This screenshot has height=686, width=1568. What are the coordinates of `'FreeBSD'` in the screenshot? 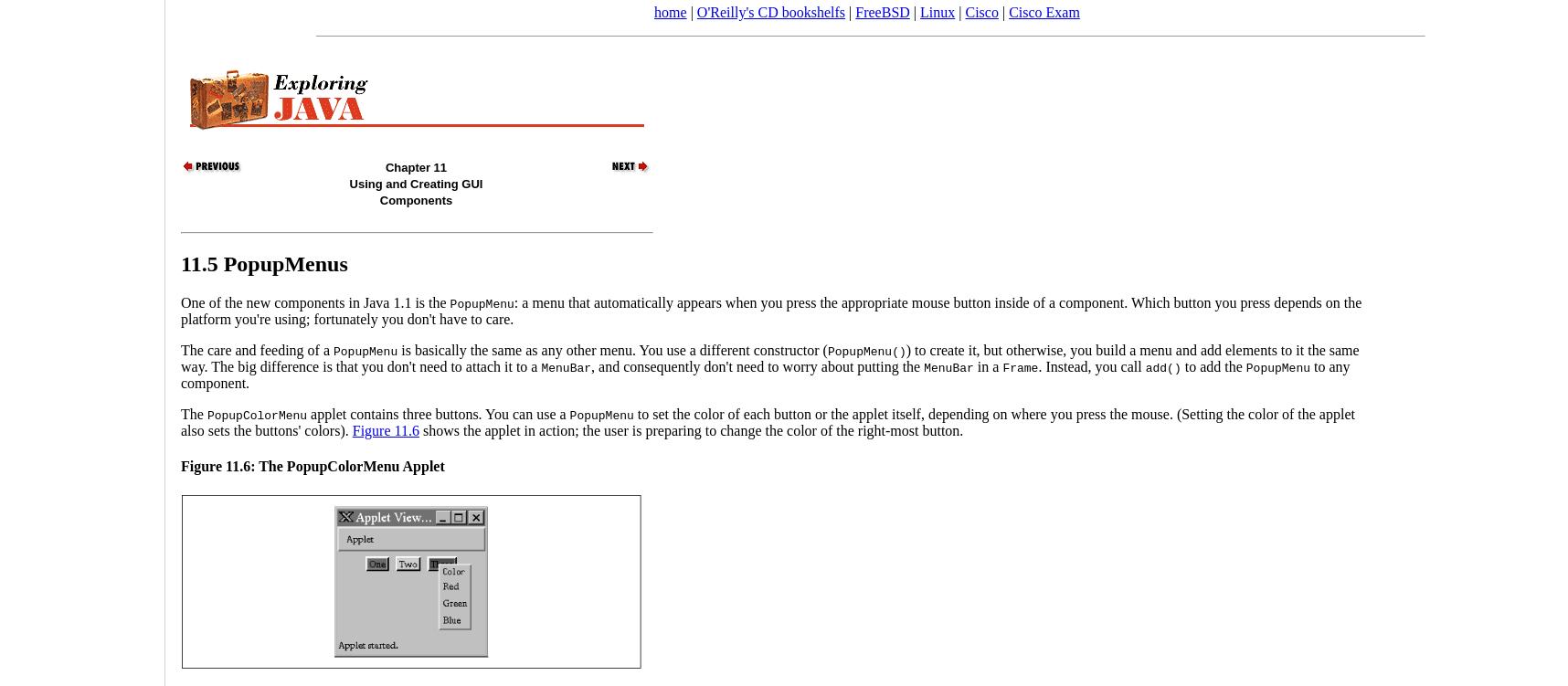 It's located at (854, 12).